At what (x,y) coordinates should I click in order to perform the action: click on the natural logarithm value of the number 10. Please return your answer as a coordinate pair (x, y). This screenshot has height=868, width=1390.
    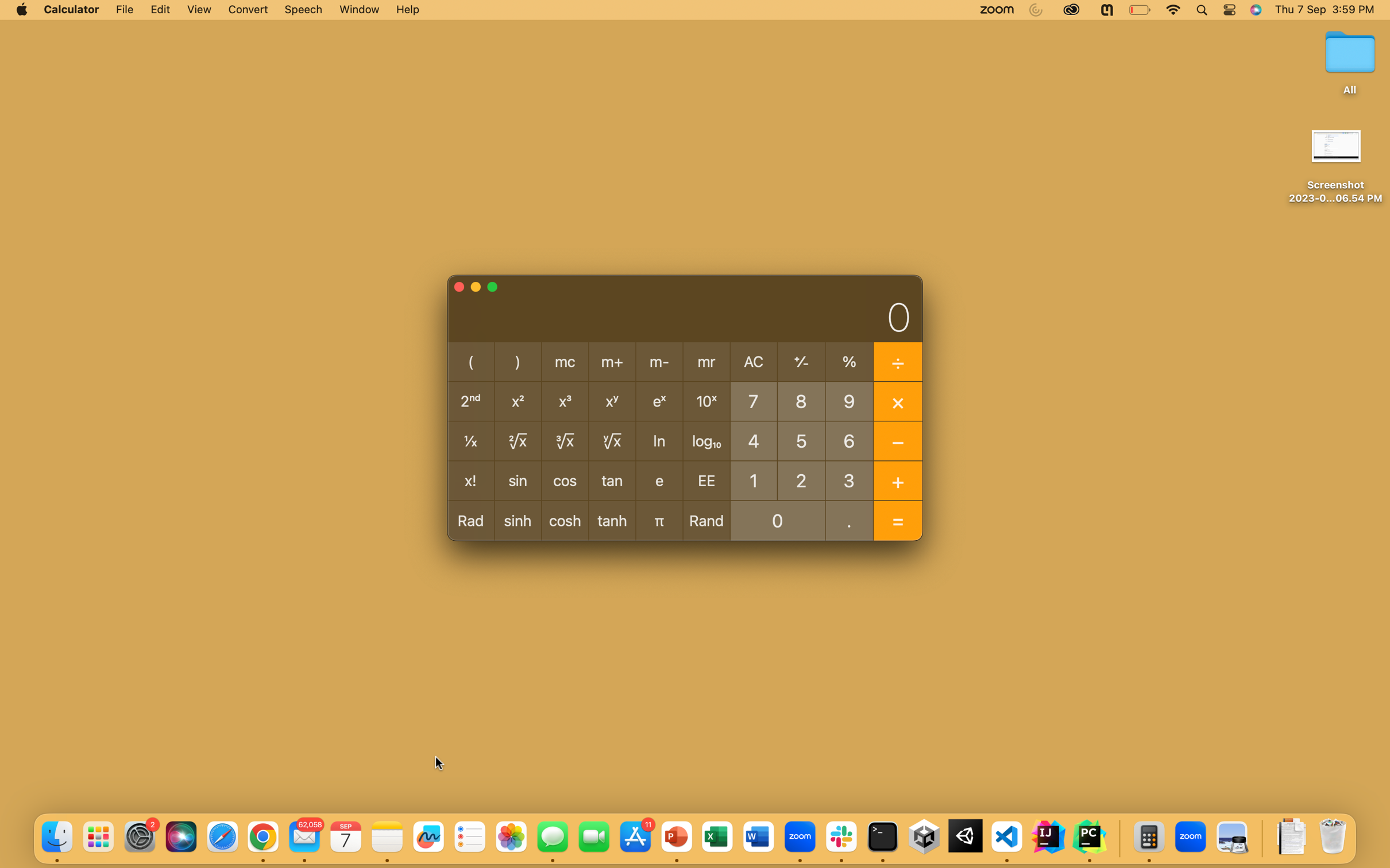
    Looking at the image, I should click on (753, 479).